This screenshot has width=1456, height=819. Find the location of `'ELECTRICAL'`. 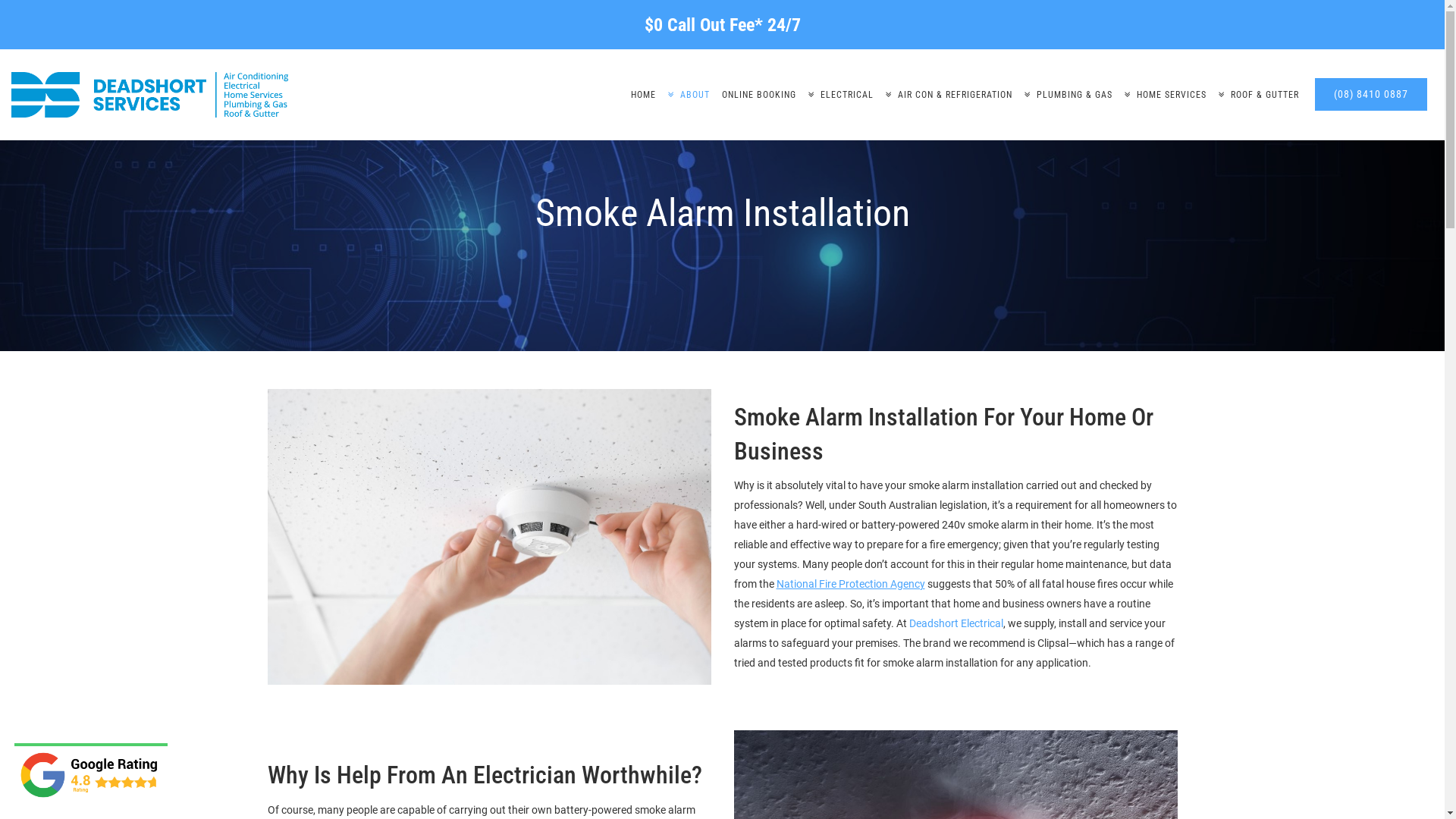

'ELECTRICAL' is located at coordinates (839, 94).